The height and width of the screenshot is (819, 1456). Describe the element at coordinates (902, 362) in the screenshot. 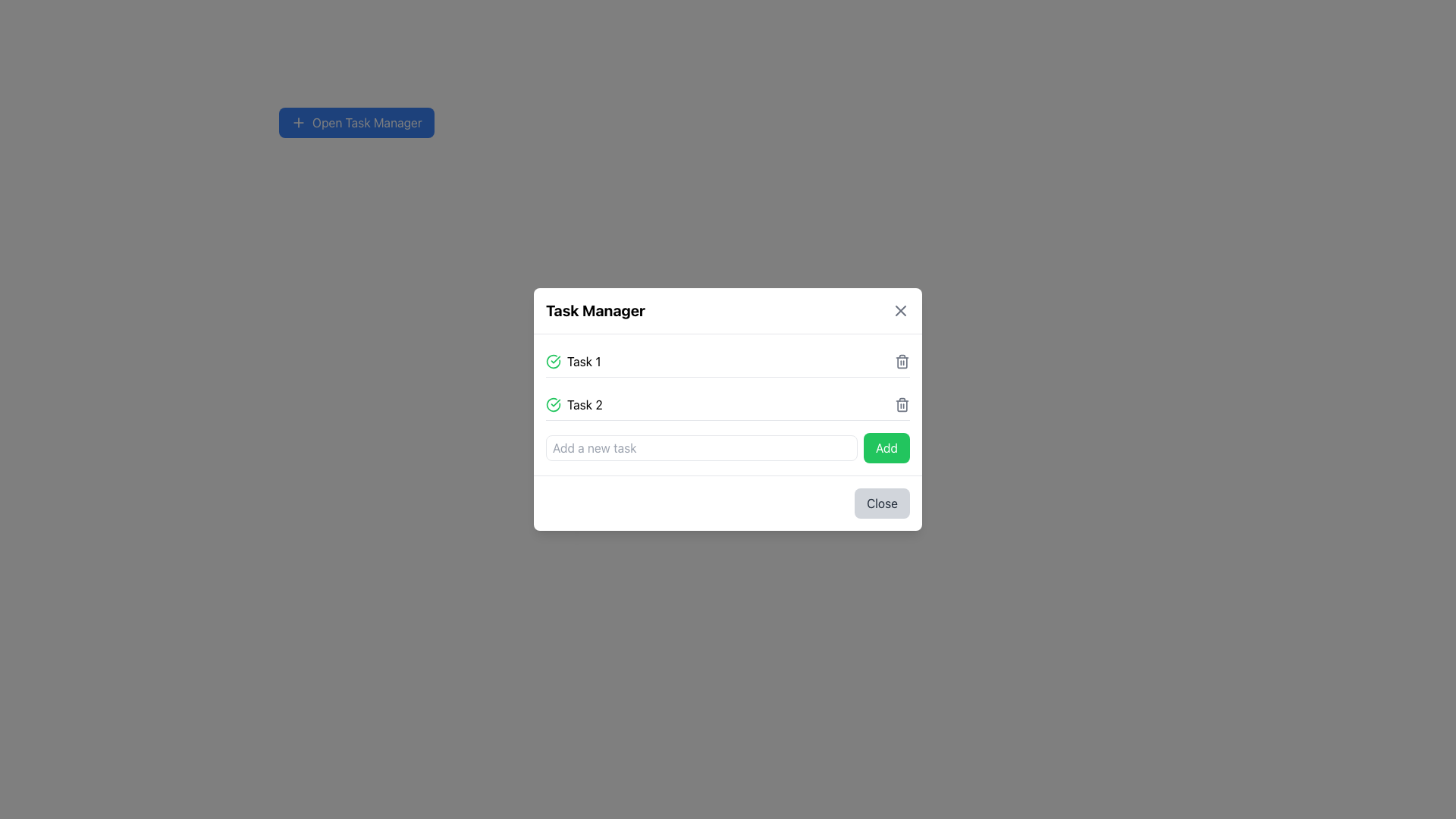

I see `the delete button with a trash bin icon located at the far-right end of the 'Task 1' row in the task manager interface` at that location.